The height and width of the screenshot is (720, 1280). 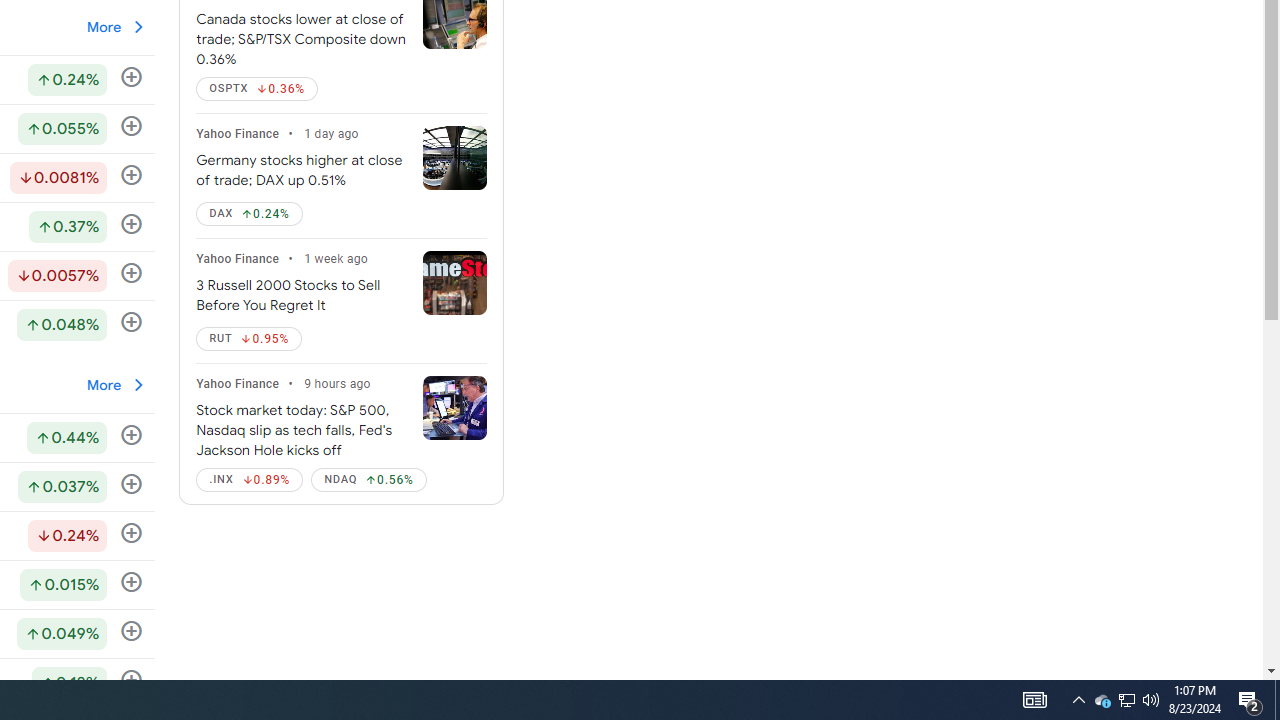 I want to click on 'RUT Down by 0.95%', so click(x=248, y=338).